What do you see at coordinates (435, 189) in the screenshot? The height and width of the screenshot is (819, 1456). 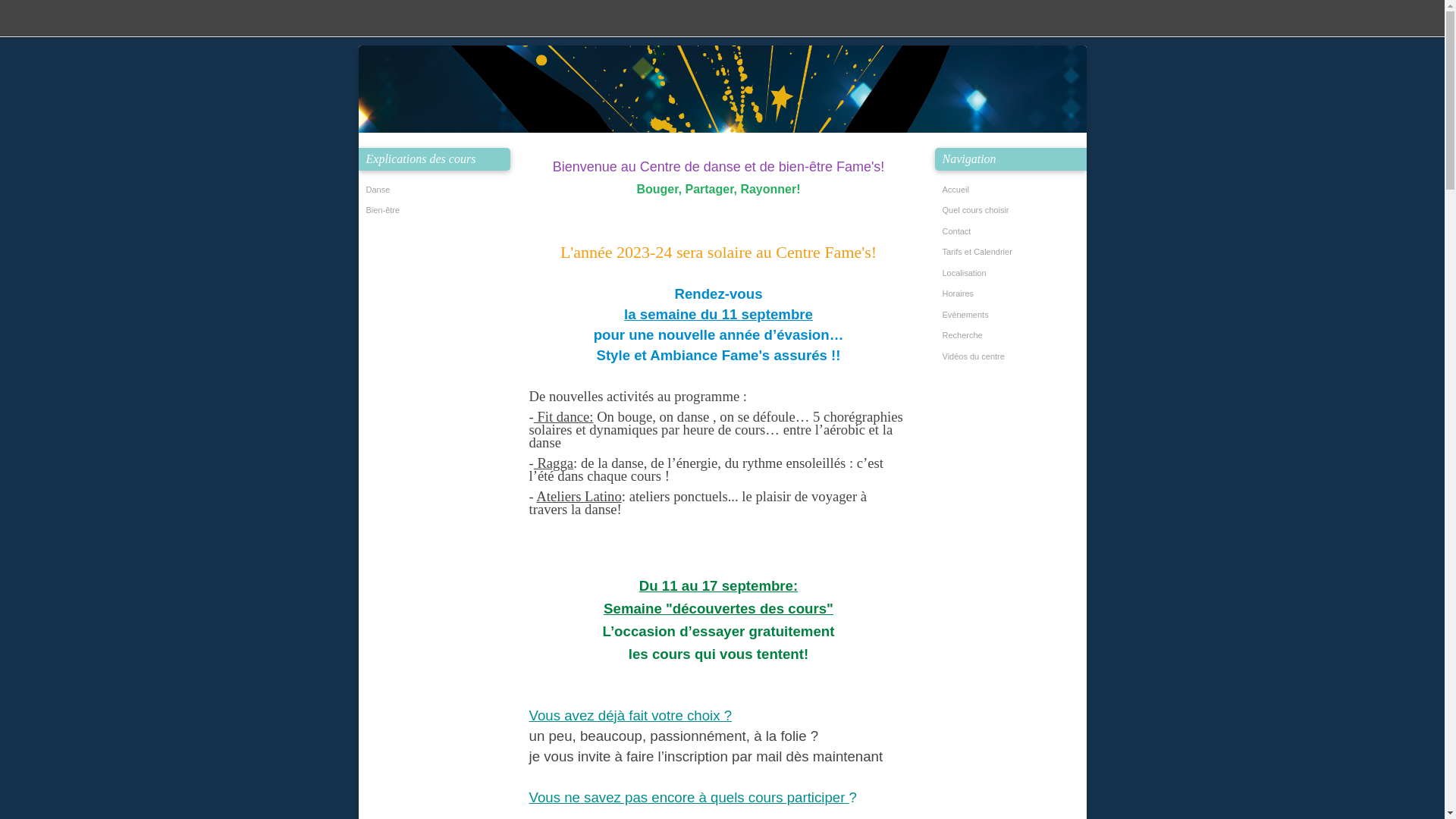 I see `'Danse'` at bounding box center [435, 189].